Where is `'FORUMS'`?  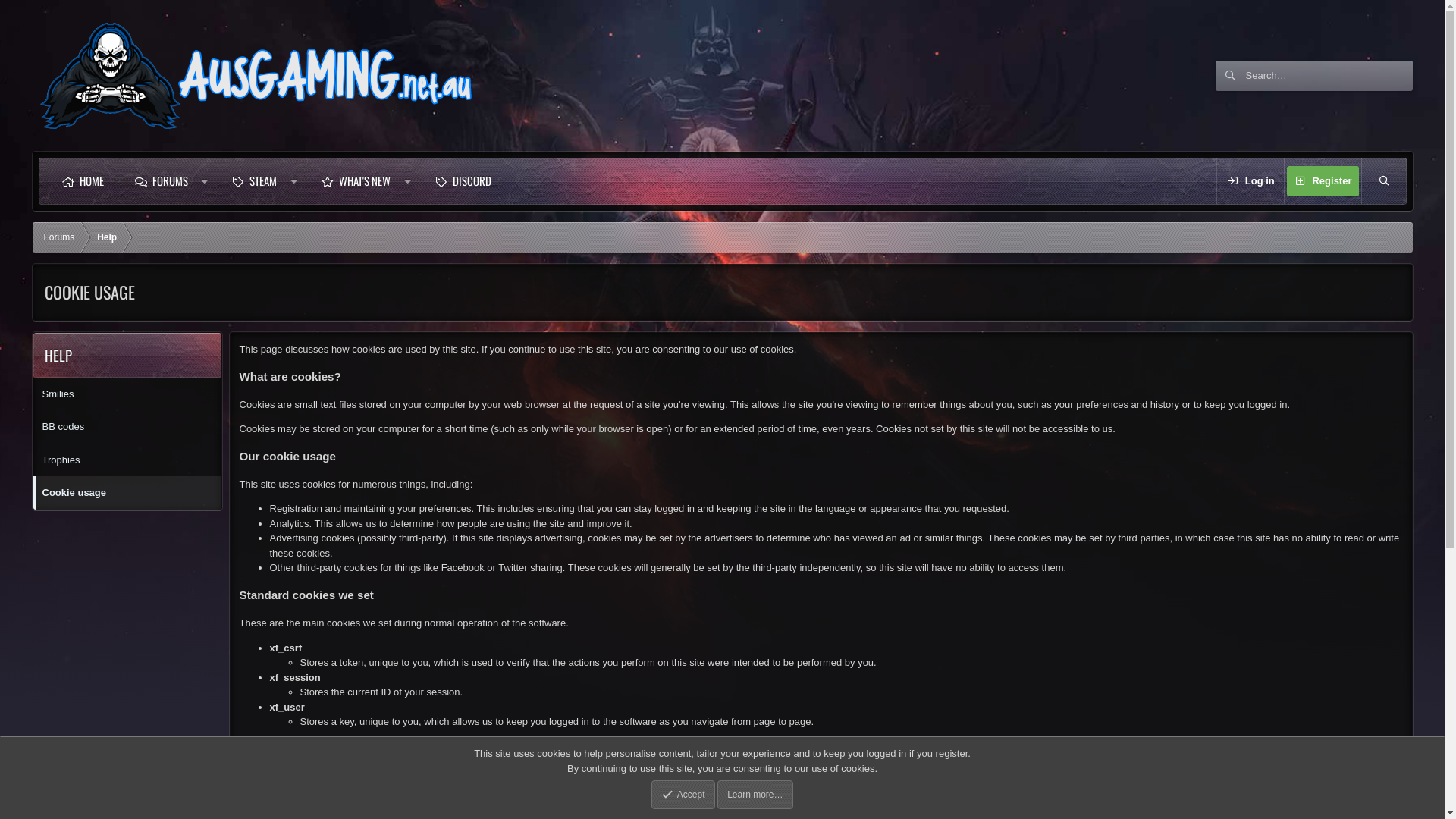
'FORUMS' is located at coordinates (160, 180).